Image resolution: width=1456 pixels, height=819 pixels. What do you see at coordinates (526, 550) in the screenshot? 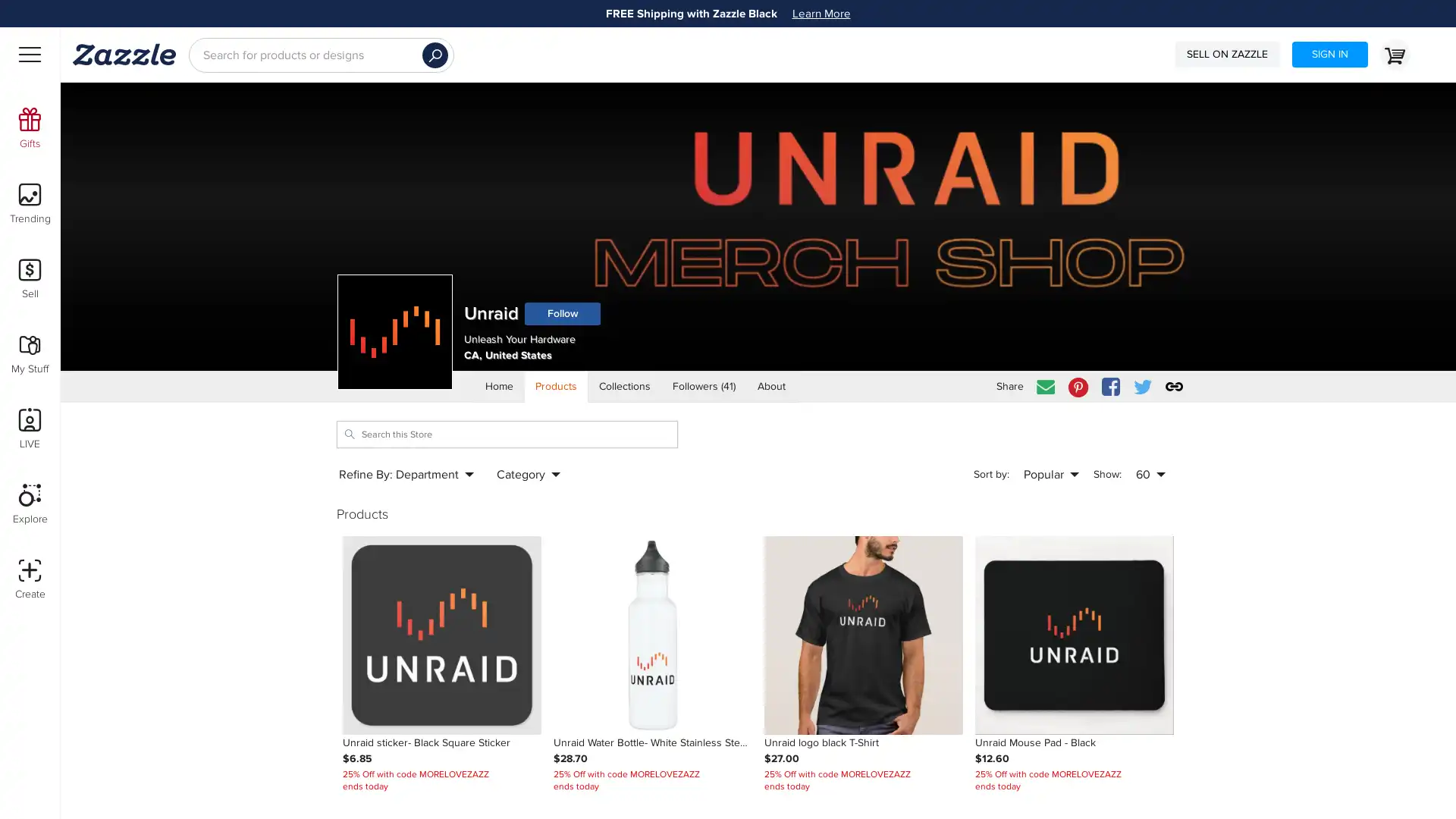
I see `Like` at bounding box center [526, 550].